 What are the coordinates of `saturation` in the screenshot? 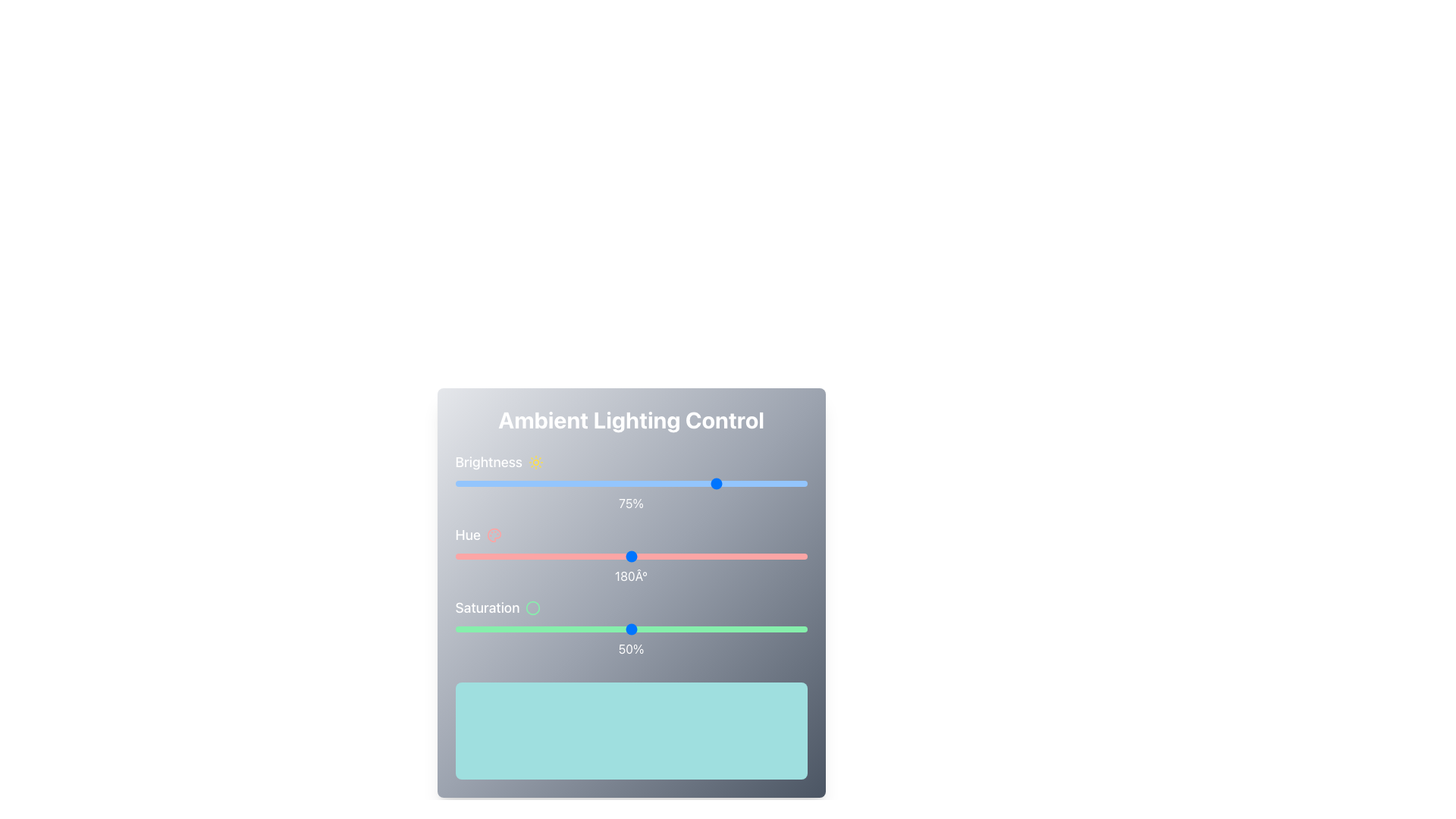 It's located at (522, 629).